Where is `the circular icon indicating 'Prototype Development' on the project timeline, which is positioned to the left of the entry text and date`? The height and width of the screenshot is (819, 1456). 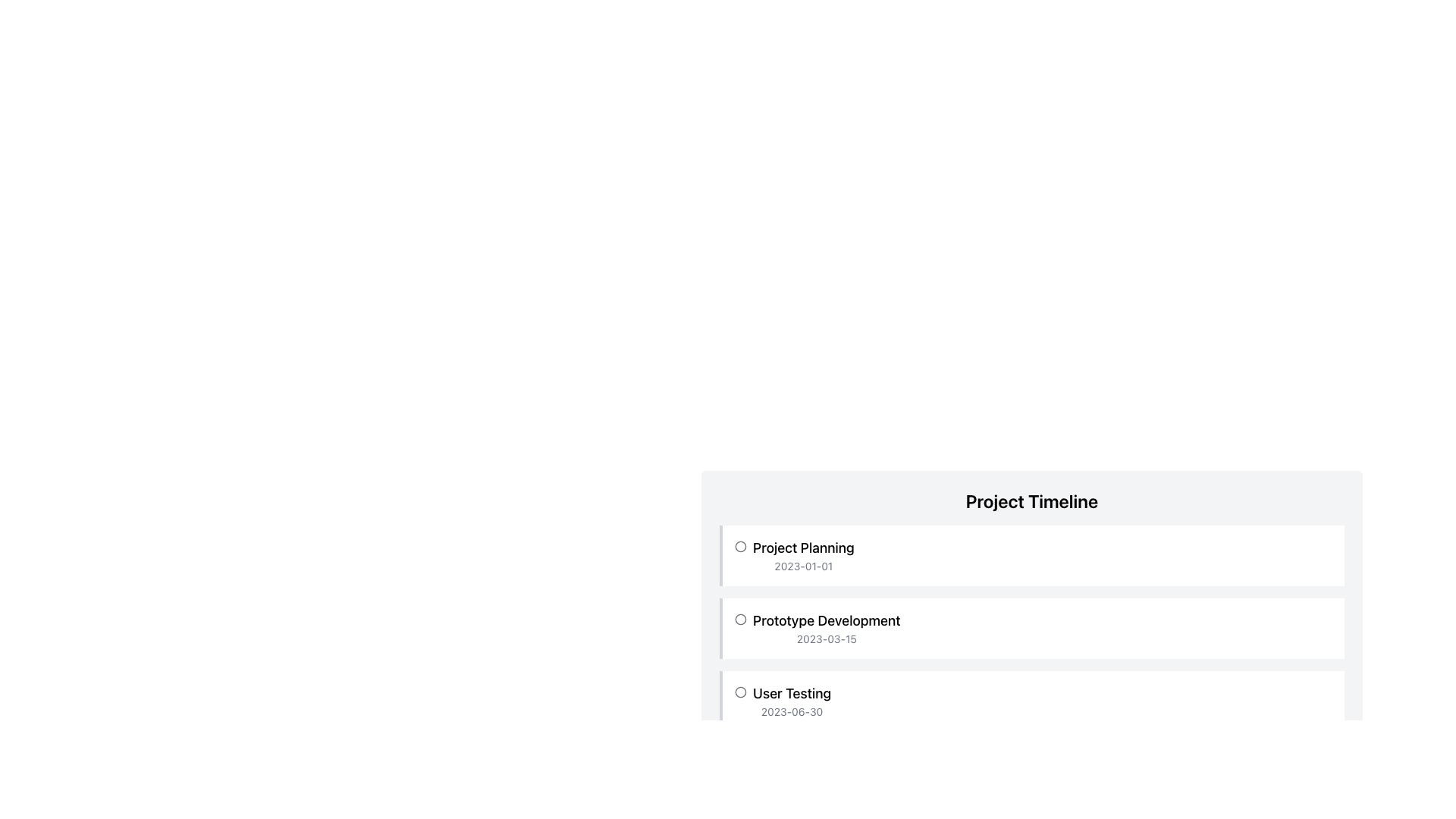 the circular icon indicating 'Prototype Development' on the project timeline, which is positioned to the left of the entry text and date is located at coordinates (741, 629).